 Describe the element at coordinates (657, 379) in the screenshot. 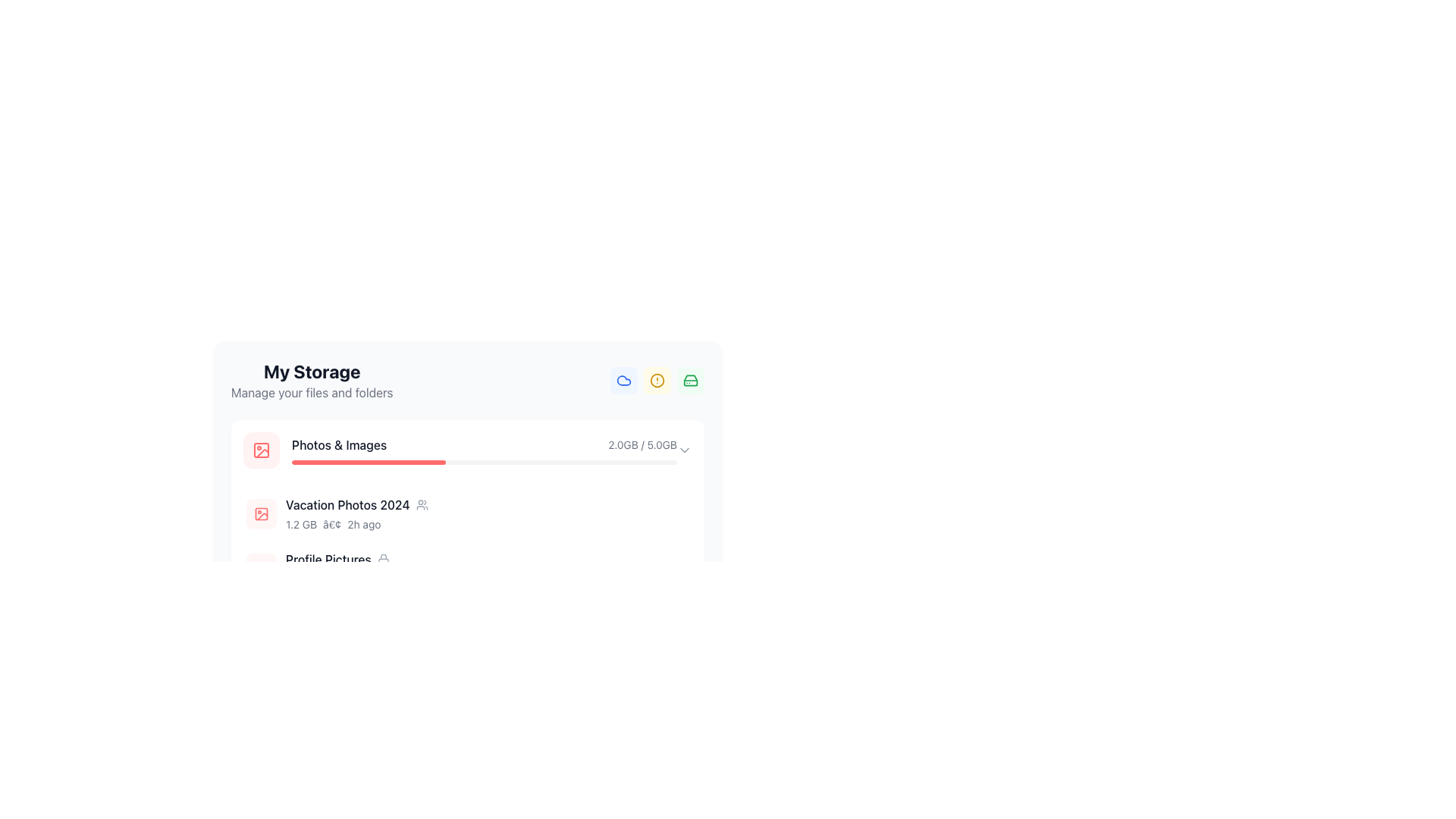

I see `the central circle in the top-right corner of the interface that represents a graphical element indicating status, part of a grouped icon set` at that location.